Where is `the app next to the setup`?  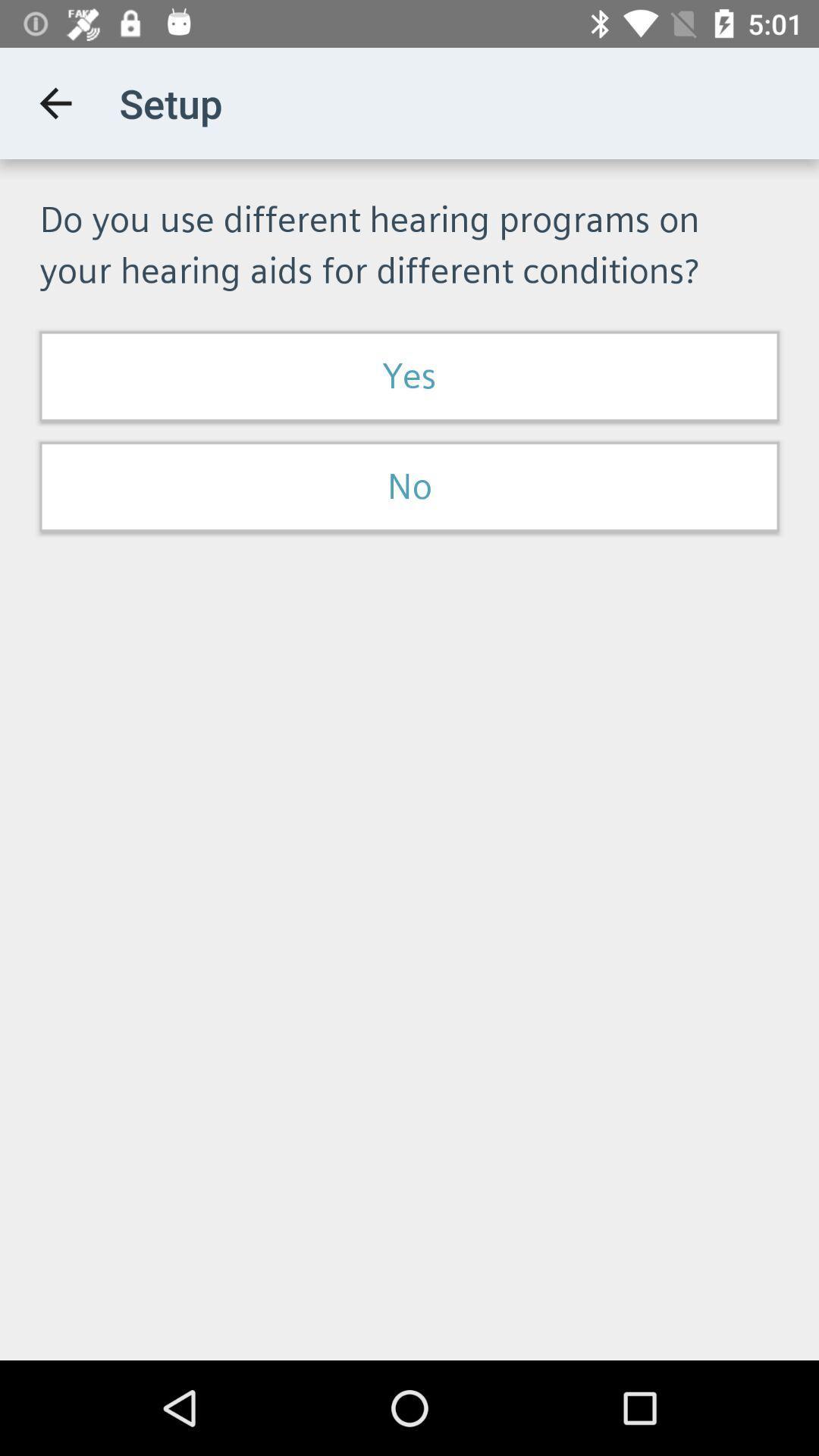
the app next to the setup is located at coordinates (55, 102).